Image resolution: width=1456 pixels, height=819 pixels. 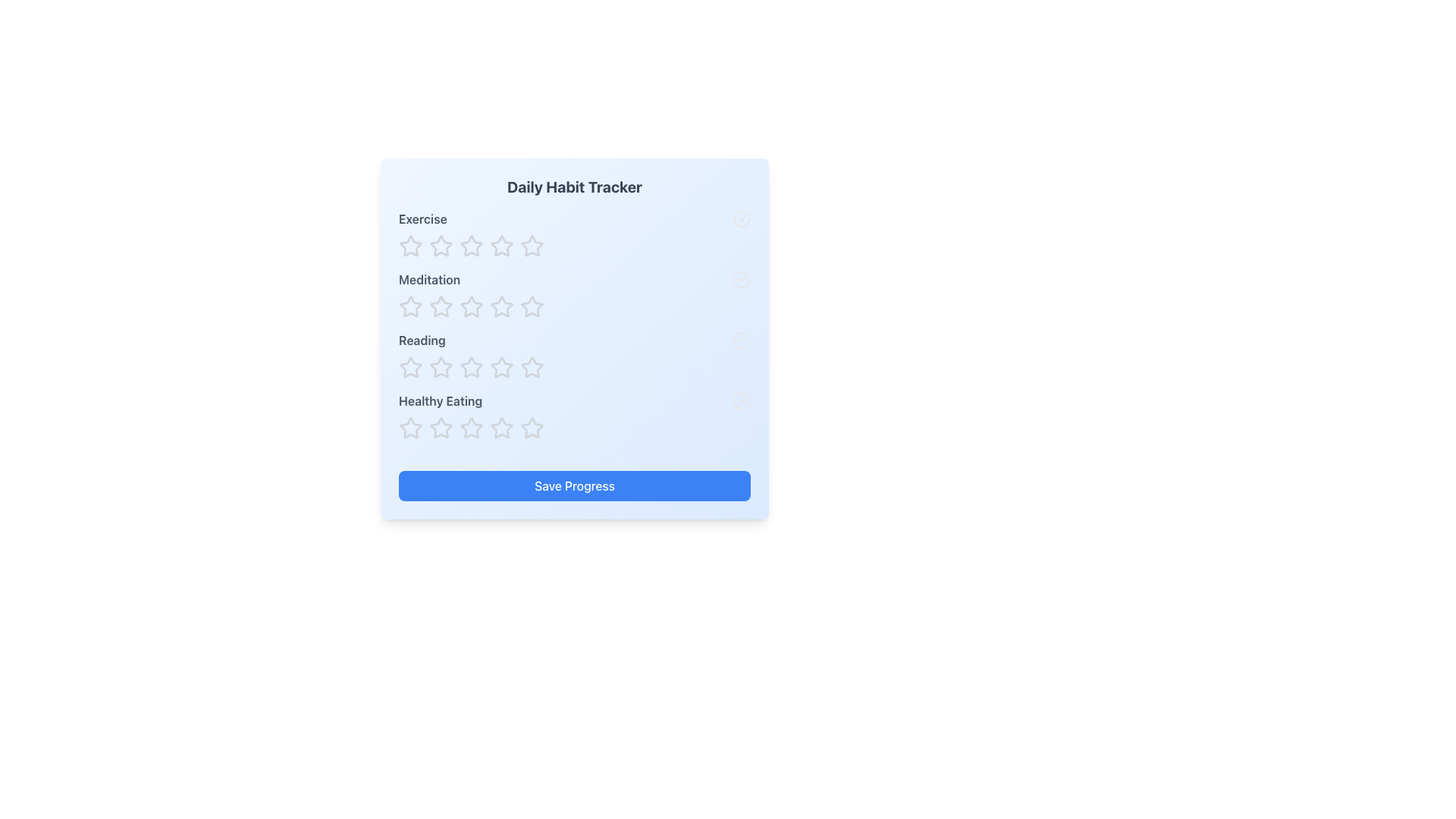 What do you see at coordinates (471, 428) in the screenshot?
I see `the fourth star icon in the 'Healthy Eating' row to observe the scale transition effect` at bounding box center [471, 428].